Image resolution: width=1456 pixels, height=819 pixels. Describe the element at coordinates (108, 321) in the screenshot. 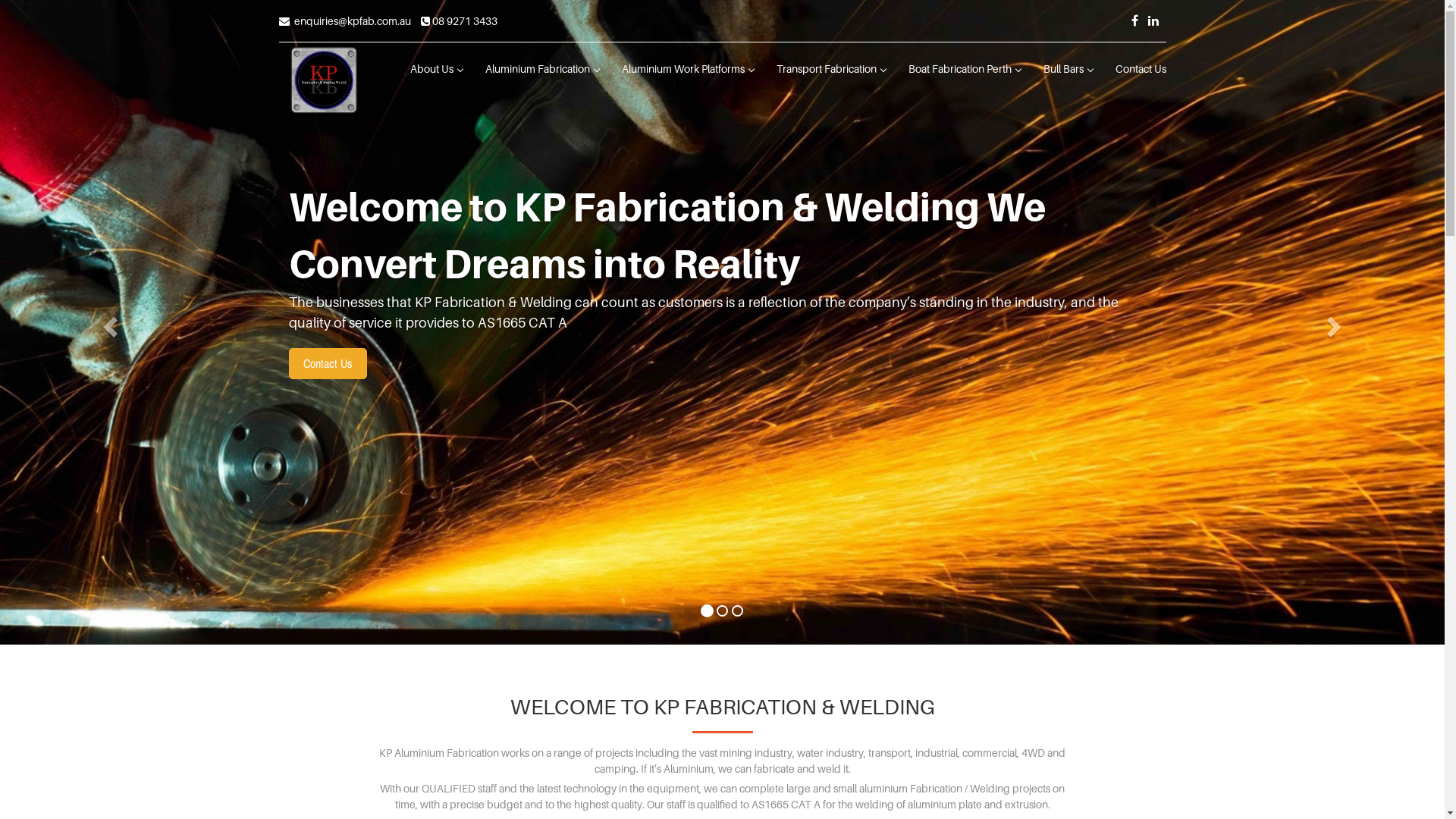

I see `'Previous'` at that location.